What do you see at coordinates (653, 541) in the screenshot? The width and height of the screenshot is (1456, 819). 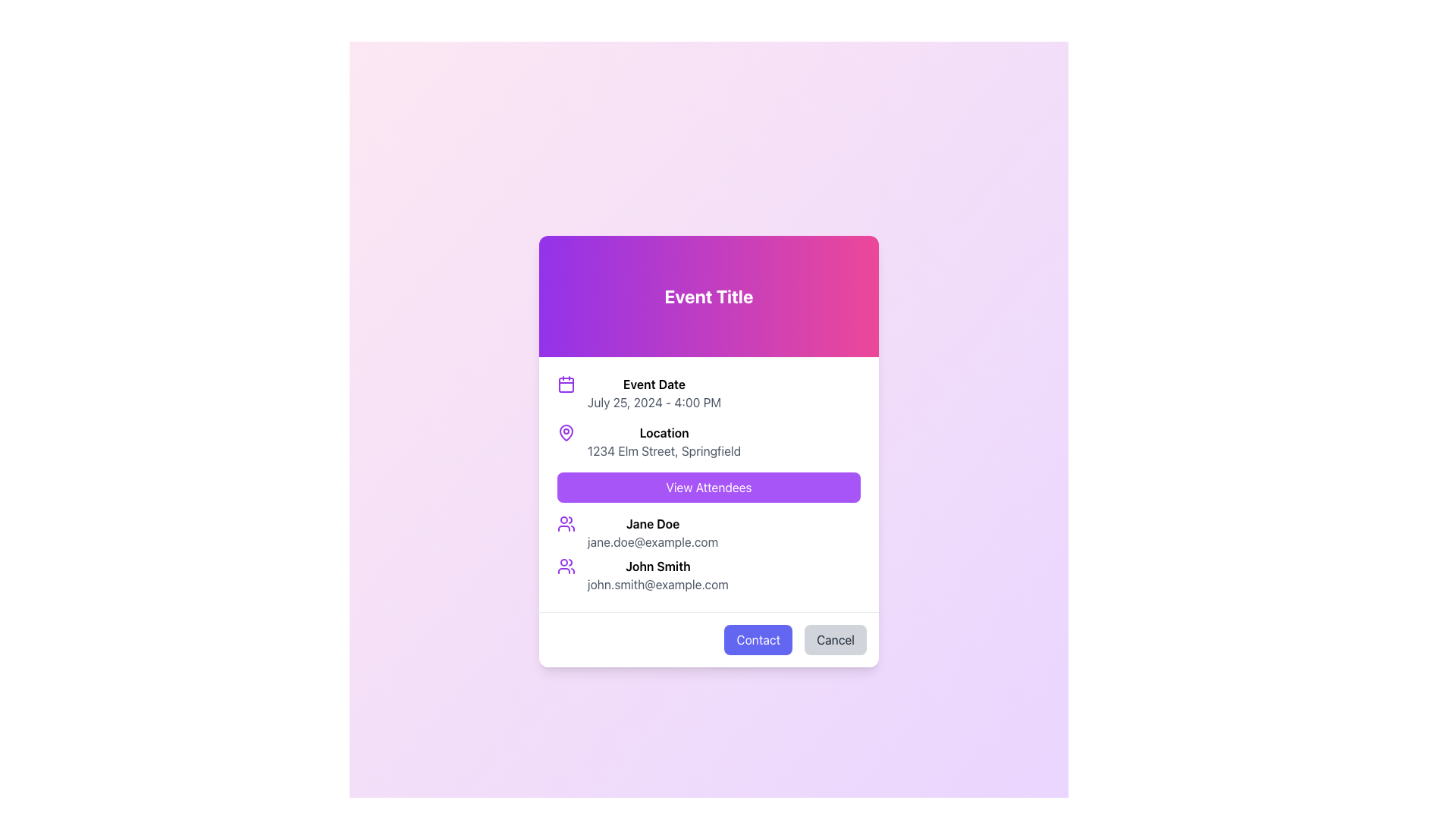 I see `the static text displaying the email address associated with 'Jane Doe', located in the lower part of the dialog box beneath the name text` at bounding box center [653, 541].